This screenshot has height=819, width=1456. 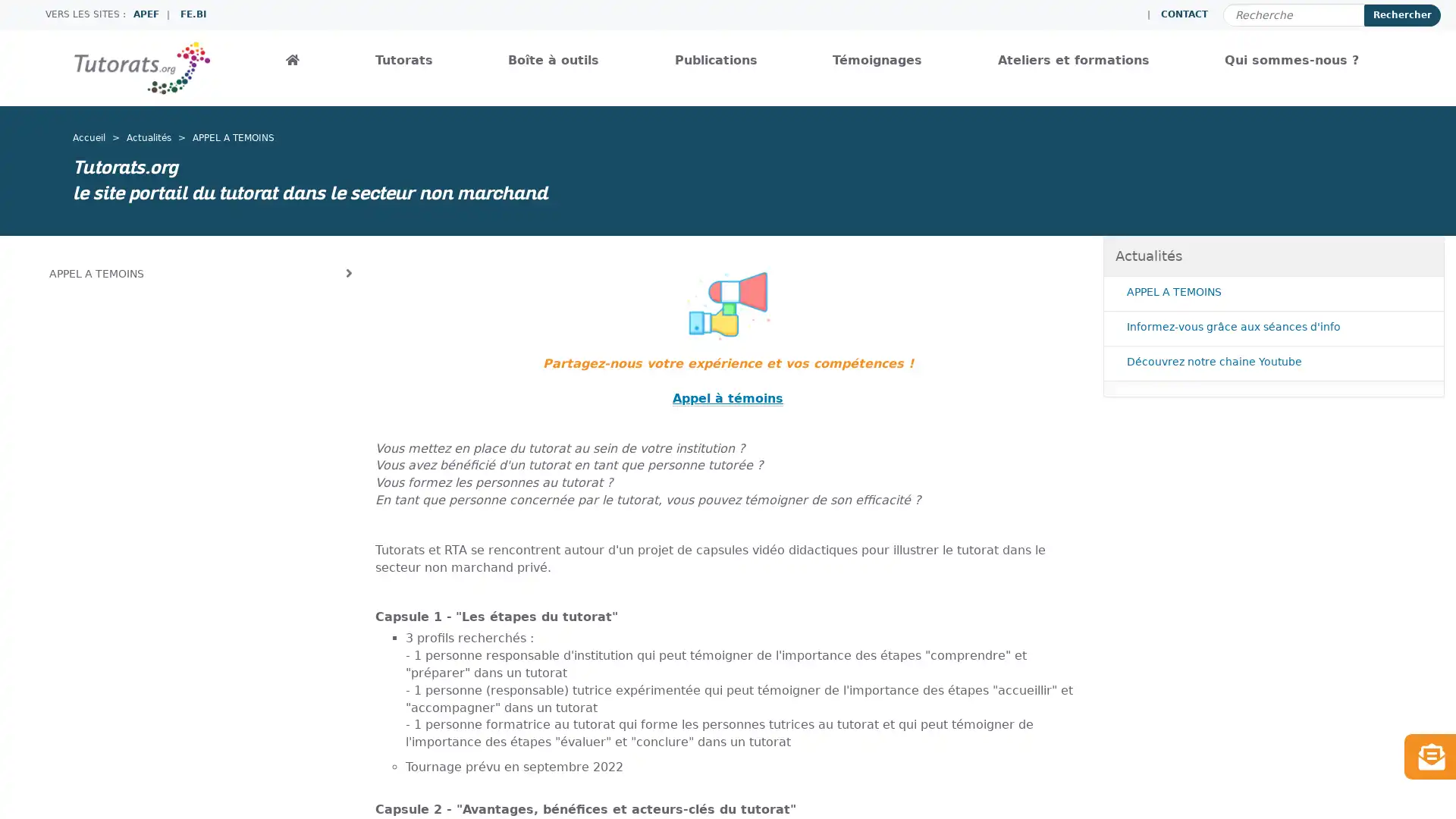 What do you see at coordinates (1401, 14) in the screenshot?
I see `Rechercher` at bounding box center [1401, 14].